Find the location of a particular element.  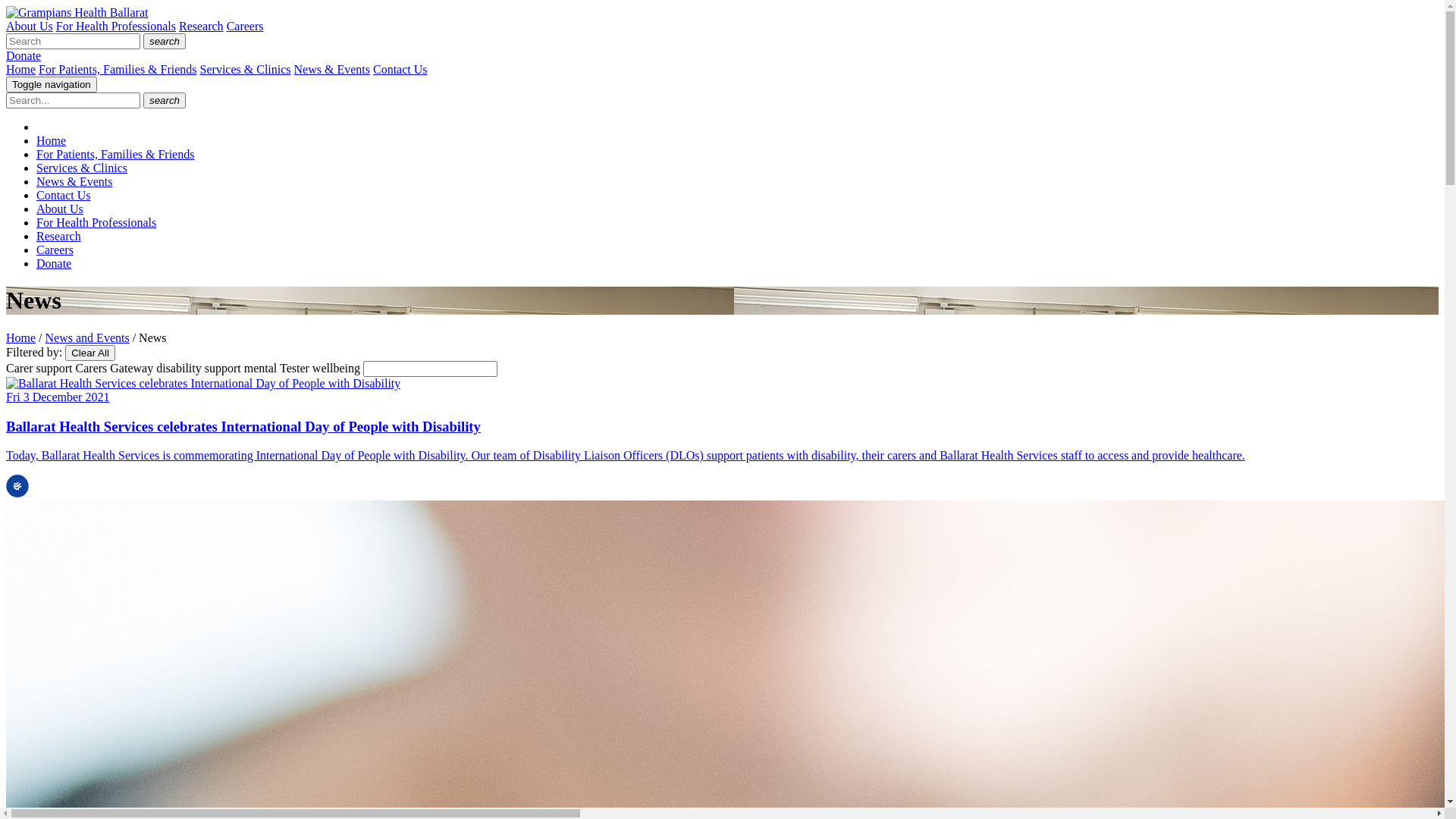

'Contact Us' is located at coordinates (62, 194).